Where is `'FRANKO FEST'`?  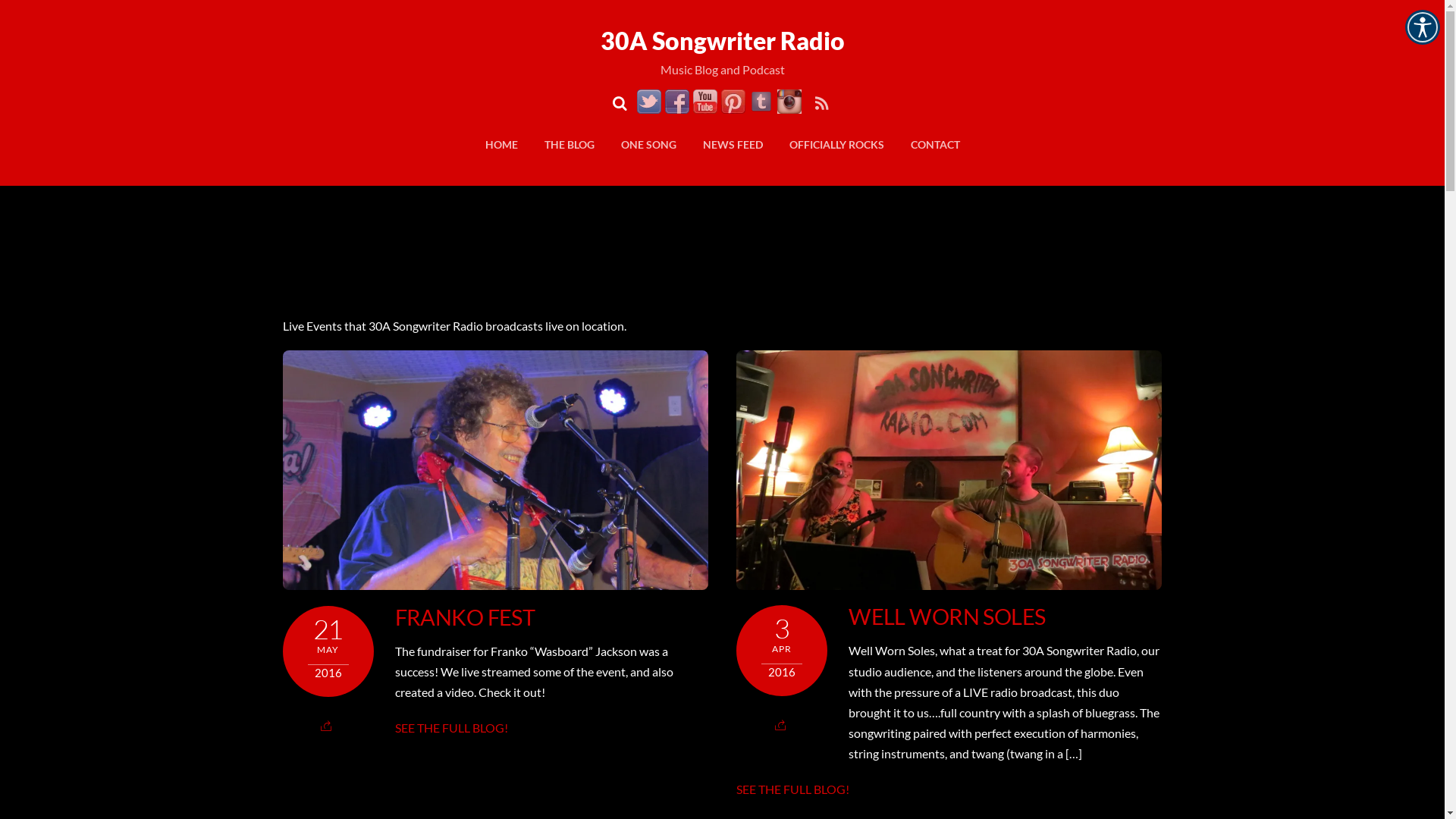
'FRANKO FEST' is located at coordinates (395, 617).